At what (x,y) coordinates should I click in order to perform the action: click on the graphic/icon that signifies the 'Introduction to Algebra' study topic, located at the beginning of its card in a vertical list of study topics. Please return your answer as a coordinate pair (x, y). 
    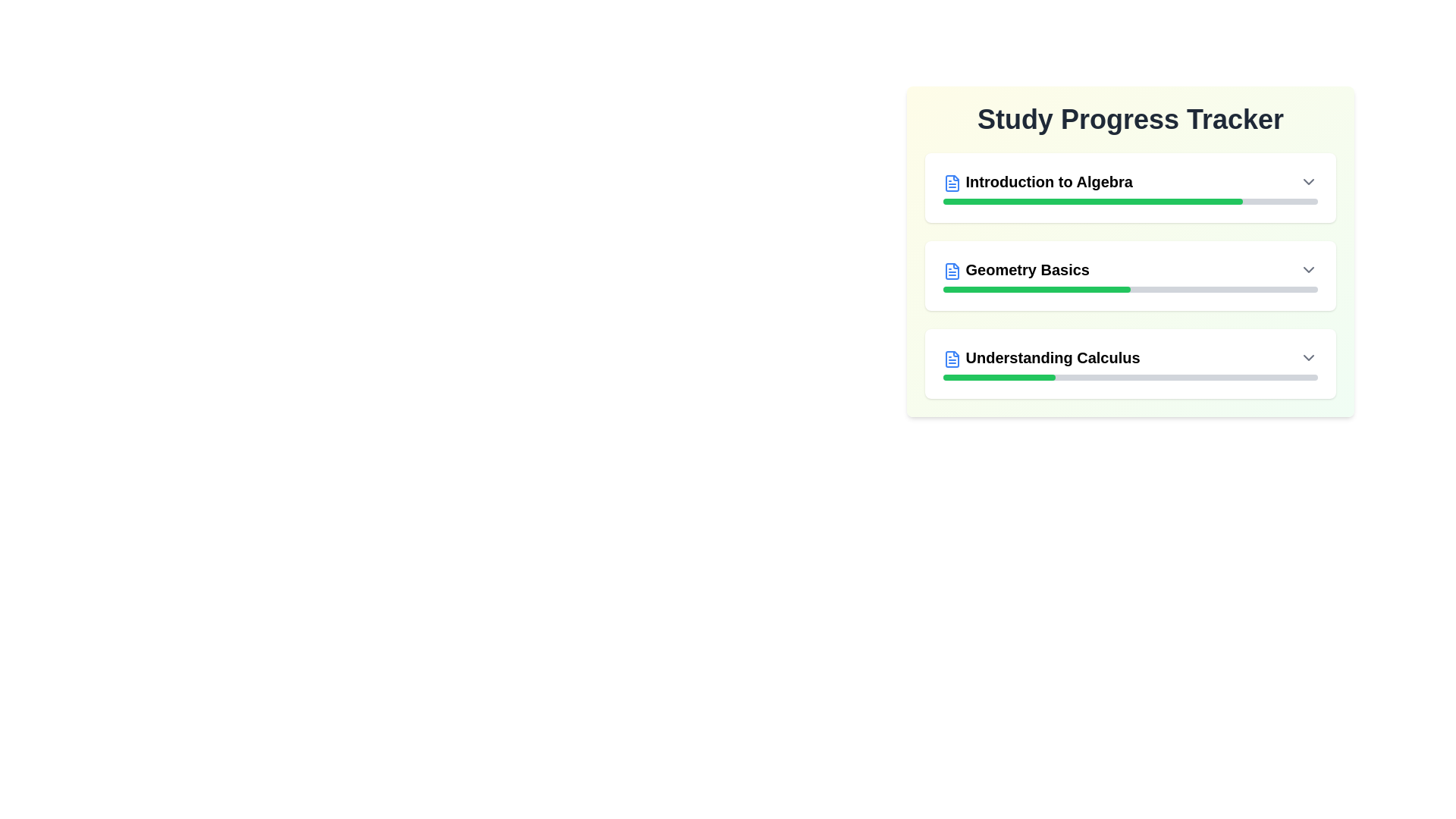
    Looking at the image, I should click on (952, 181).